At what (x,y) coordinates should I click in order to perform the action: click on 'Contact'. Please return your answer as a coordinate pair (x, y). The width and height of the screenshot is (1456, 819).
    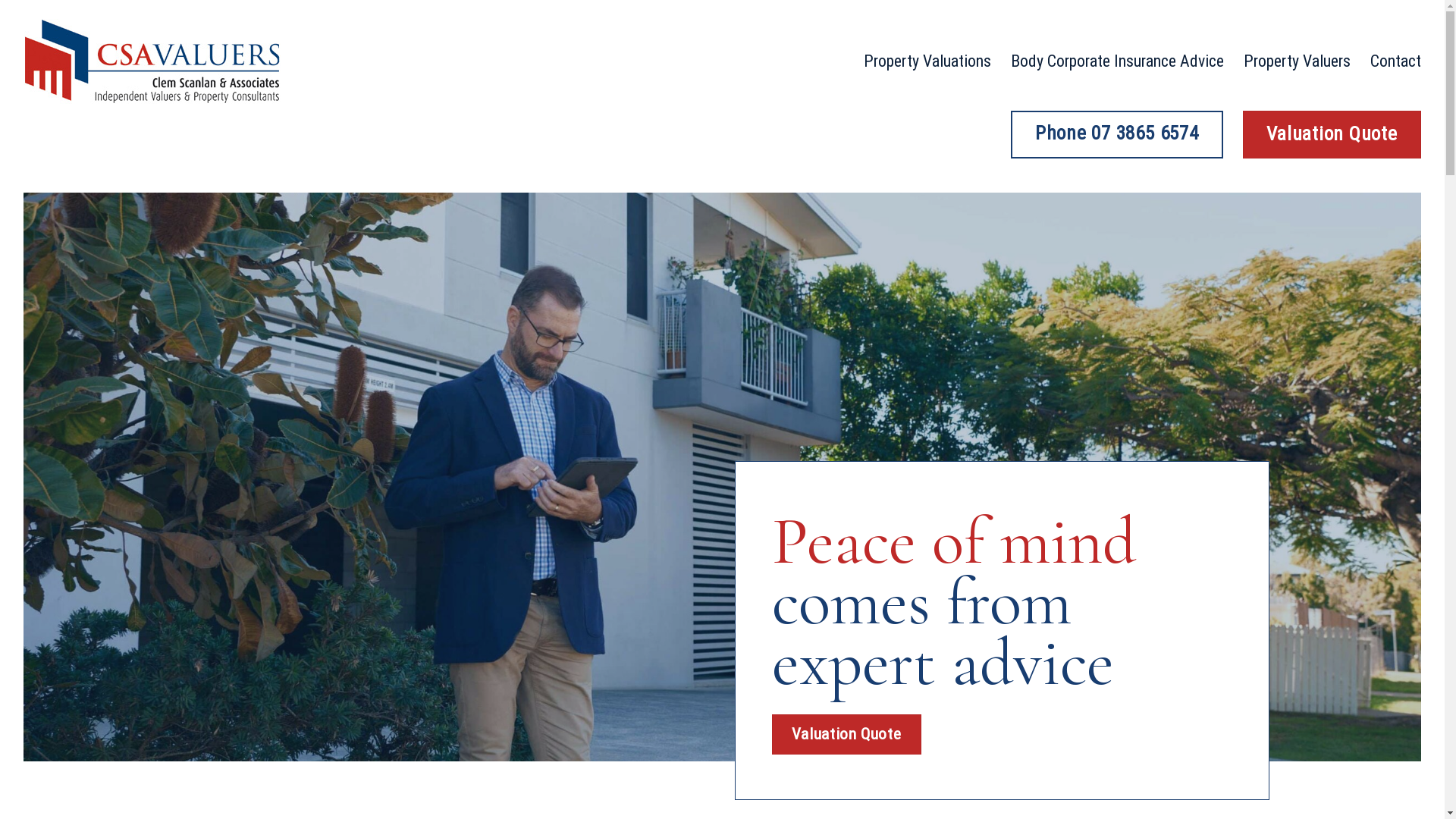
    Looking at the image, I should click on (1370, 61).